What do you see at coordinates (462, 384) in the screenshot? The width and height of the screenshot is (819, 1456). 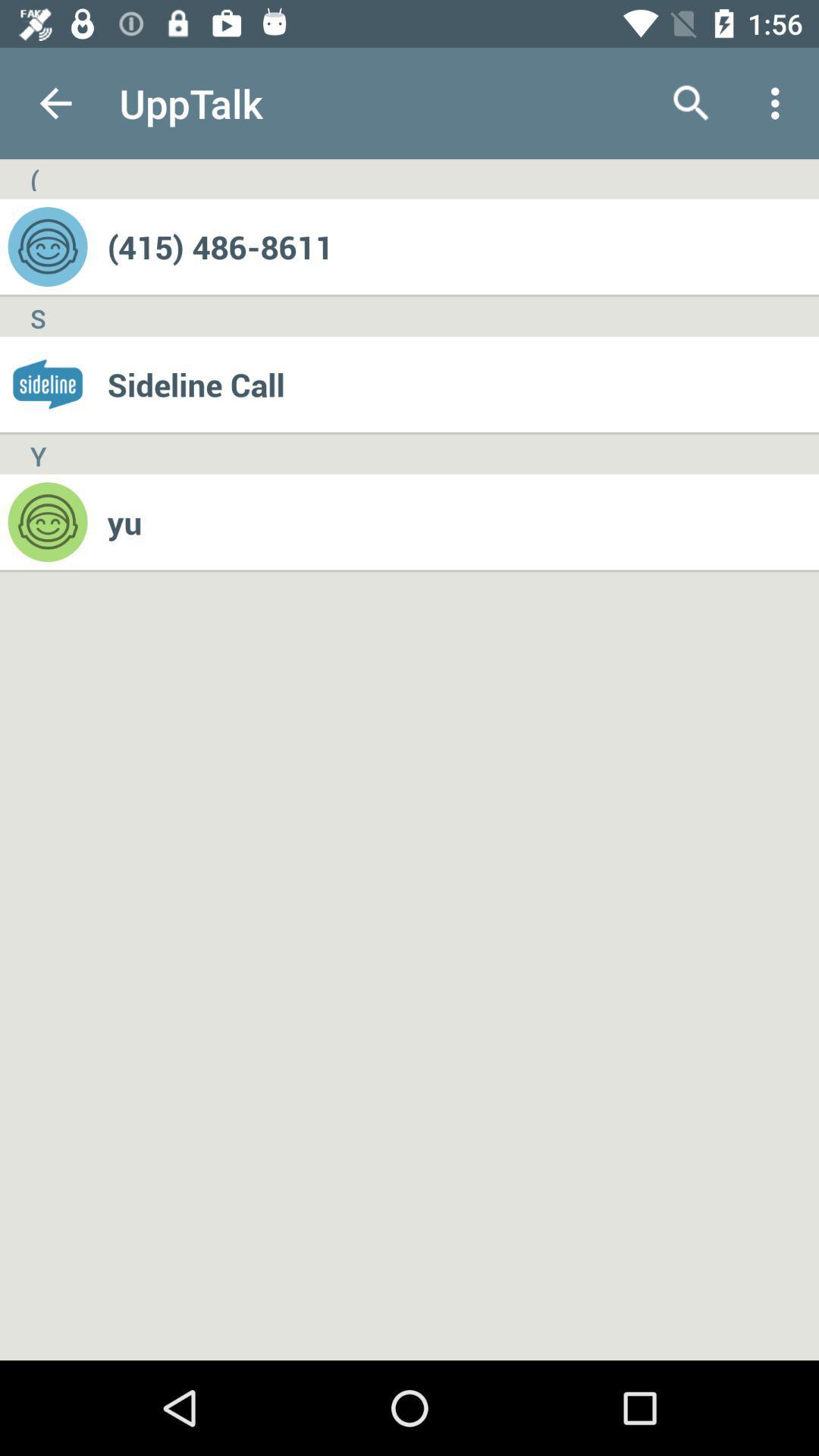 I see `the icon below the (415) 486-8611` at bounding box center [462, 384].